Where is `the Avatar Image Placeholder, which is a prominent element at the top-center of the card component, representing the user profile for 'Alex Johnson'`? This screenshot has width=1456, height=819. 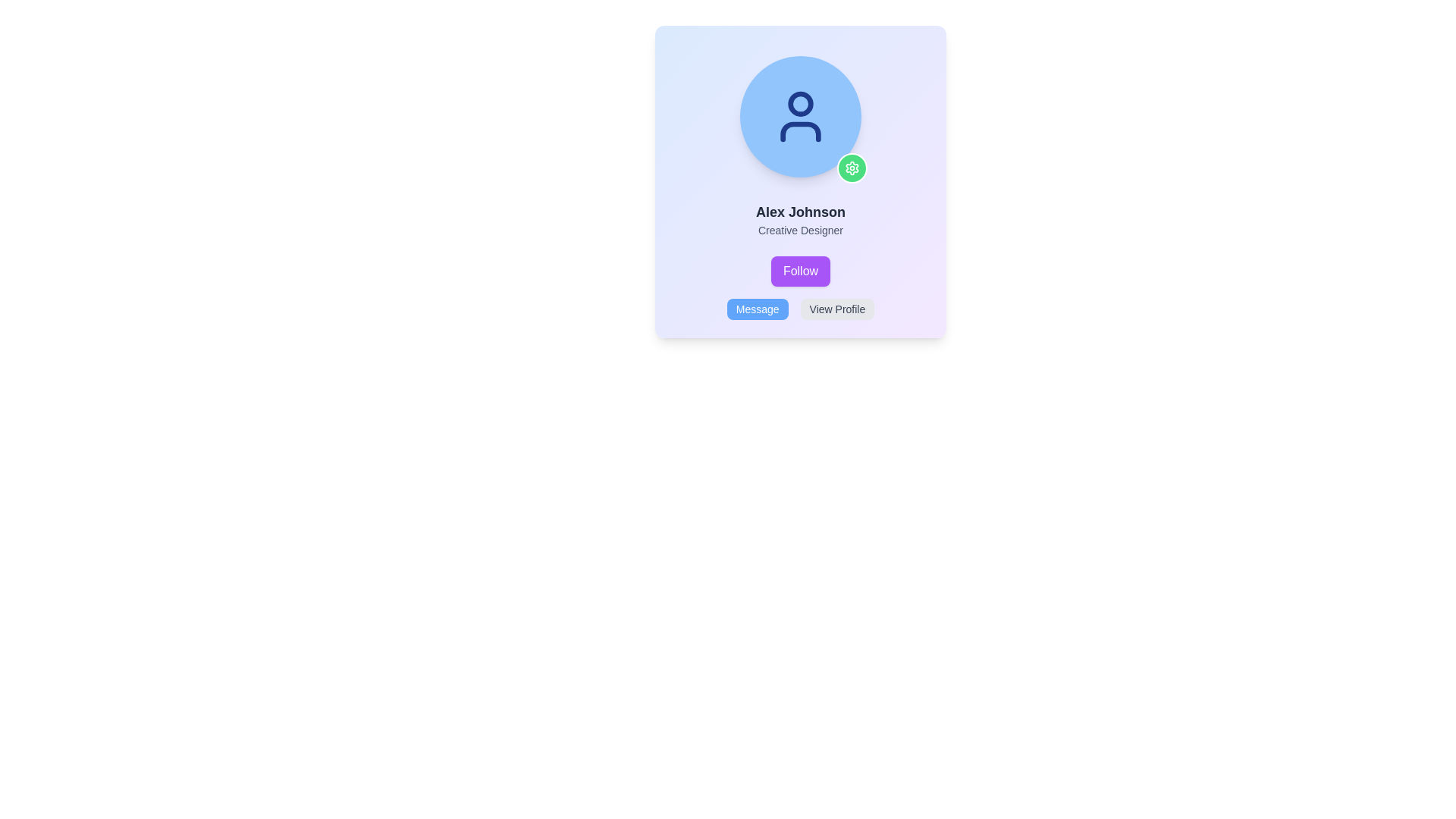 the Avatar Image Placeholder, which is a prominent element at the top-center of the card component, representing the user profile for 'Alex Johnson' is located at coordinates (800, 116).